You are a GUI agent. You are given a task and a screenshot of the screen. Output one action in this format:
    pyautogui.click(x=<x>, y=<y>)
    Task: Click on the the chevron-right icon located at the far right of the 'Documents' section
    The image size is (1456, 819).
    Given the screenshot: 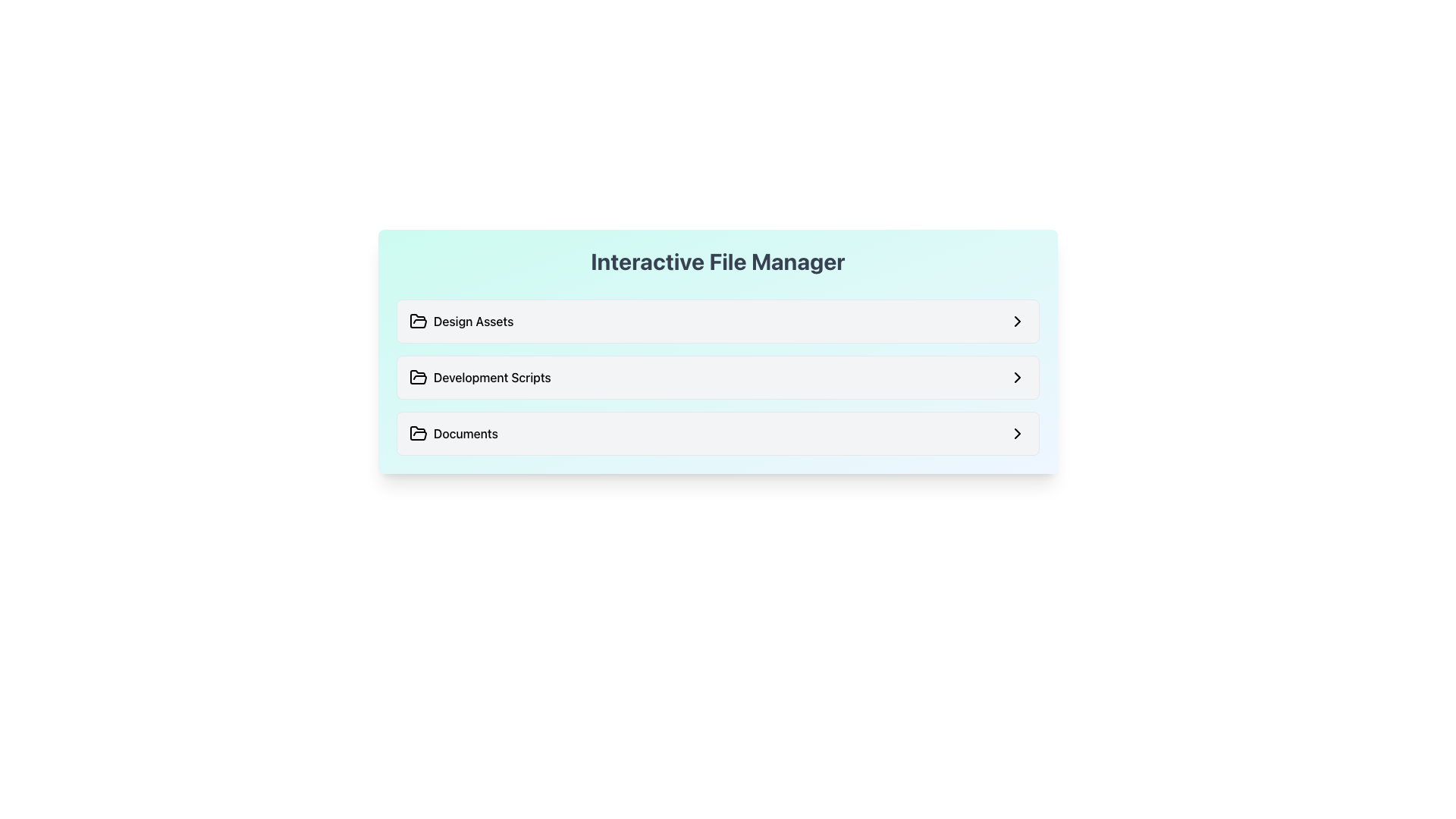 What is the action you would take?
    pyautogui.click(x=1018, y=433)
    